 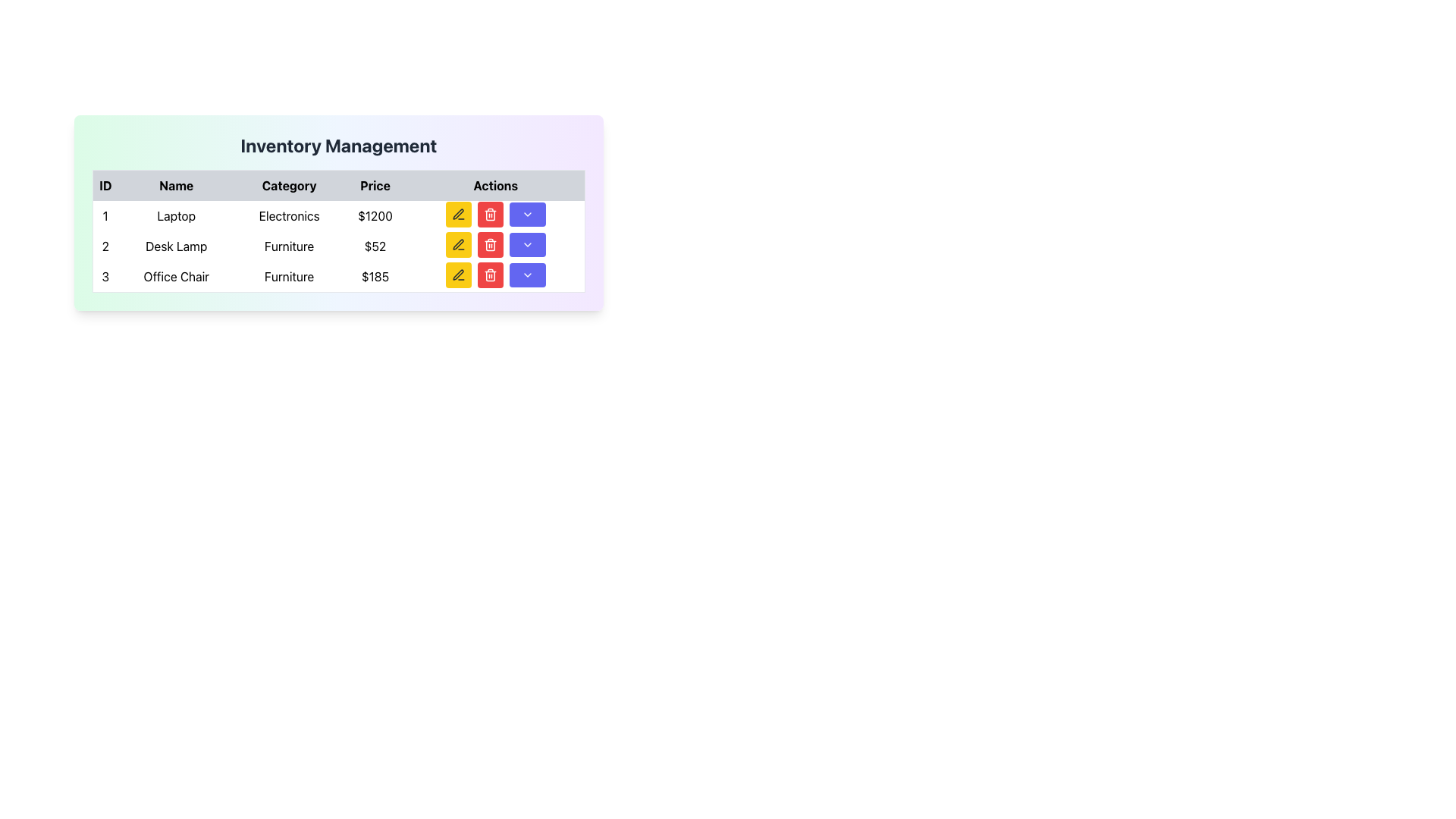 What do you see at coordinates (176, 245) in the screenshot?
I see `the non-interactive text label indicating the product name 'Desk Lamp' located in the second row of the table under the 'Name' column` at bounding box center [176, 245].